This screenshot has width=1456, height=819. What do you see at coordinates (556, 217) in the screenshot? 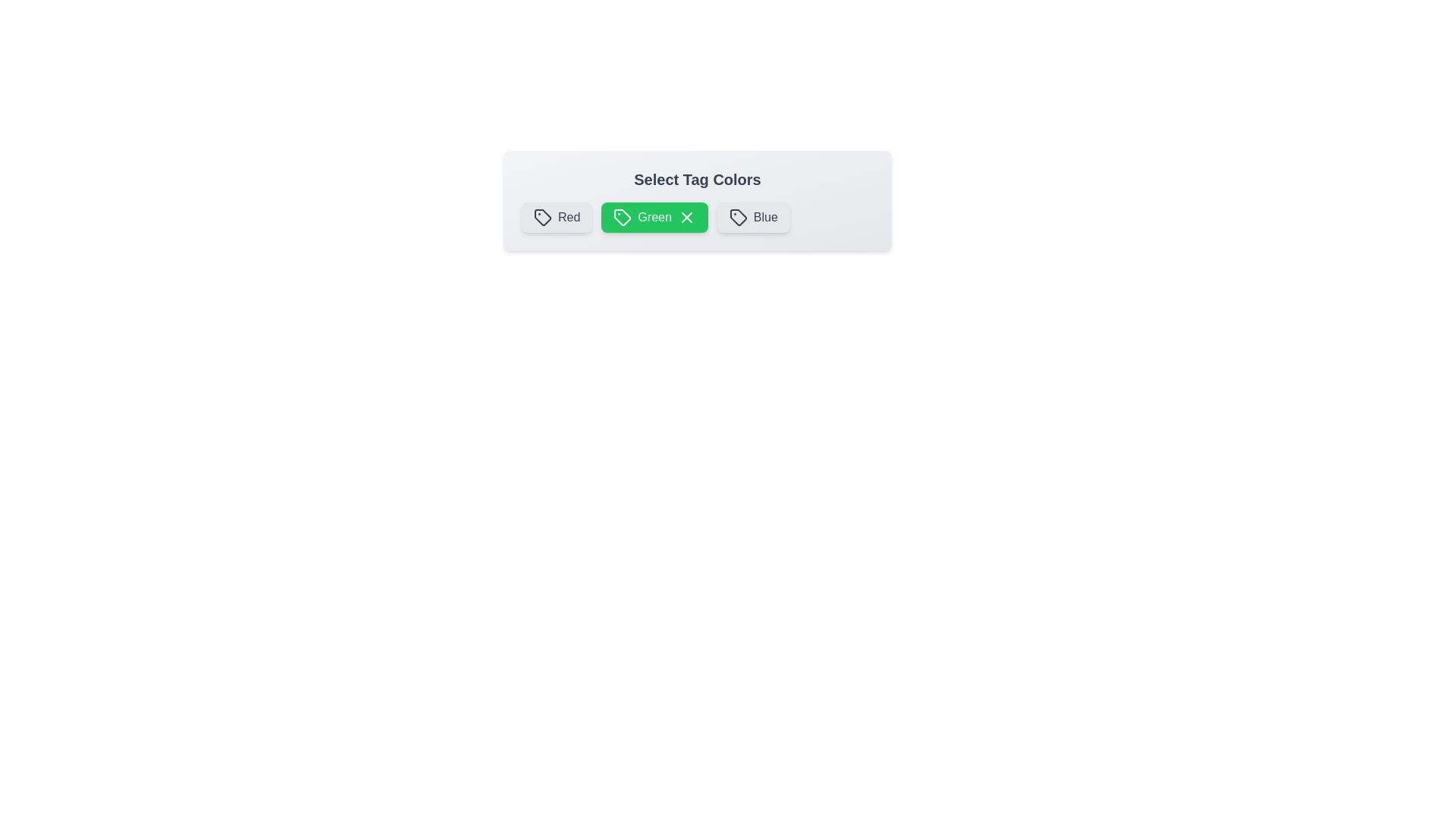
I see `the Red tag by clicking on it` at bounding box center [556, 217].